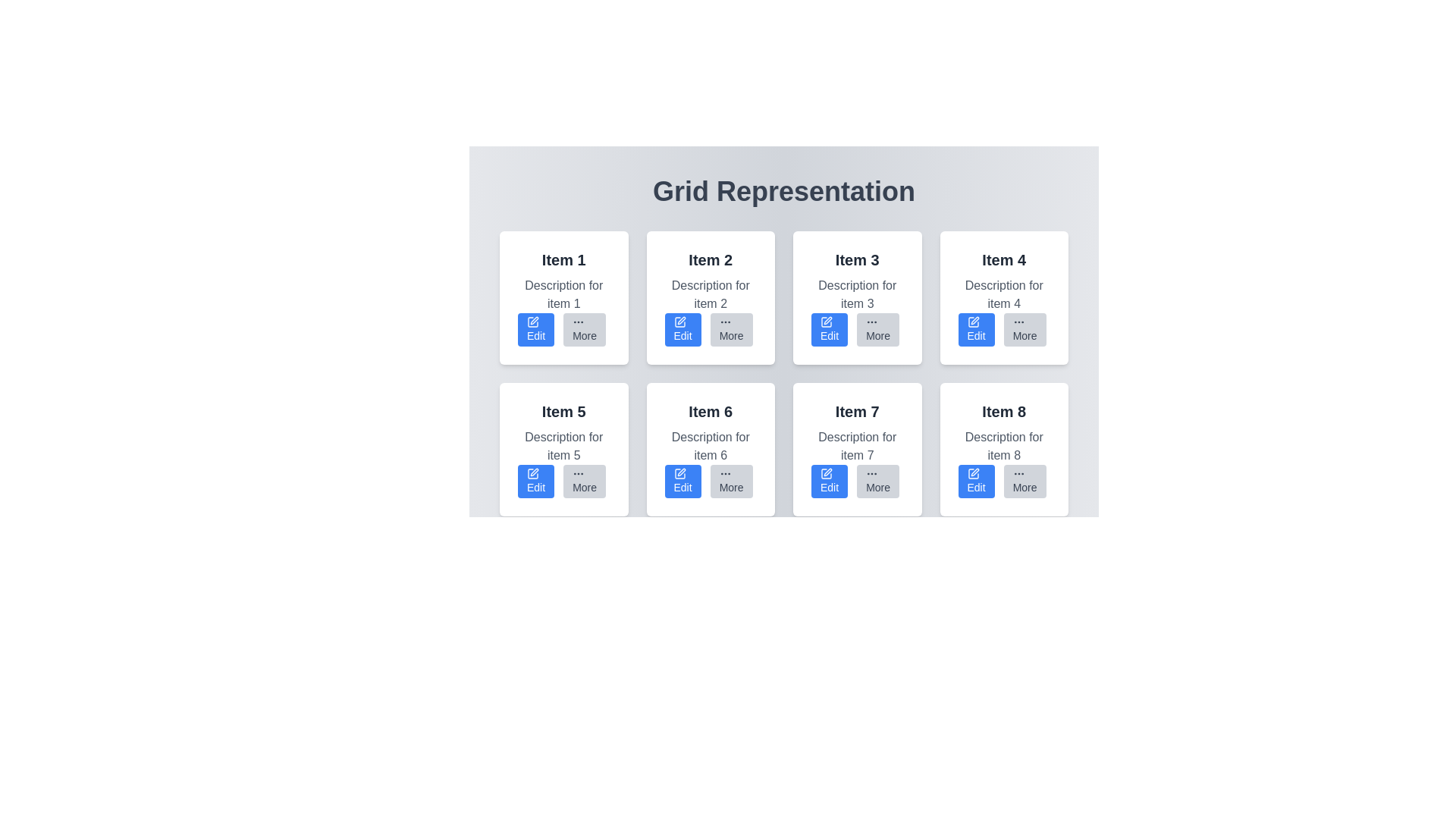 This screenshot has width=1456, height=819. I want to click on the 'More' button icon for the card labeled 'Item 4' located at the bottom-right corner of the card, so click(1018, 321).